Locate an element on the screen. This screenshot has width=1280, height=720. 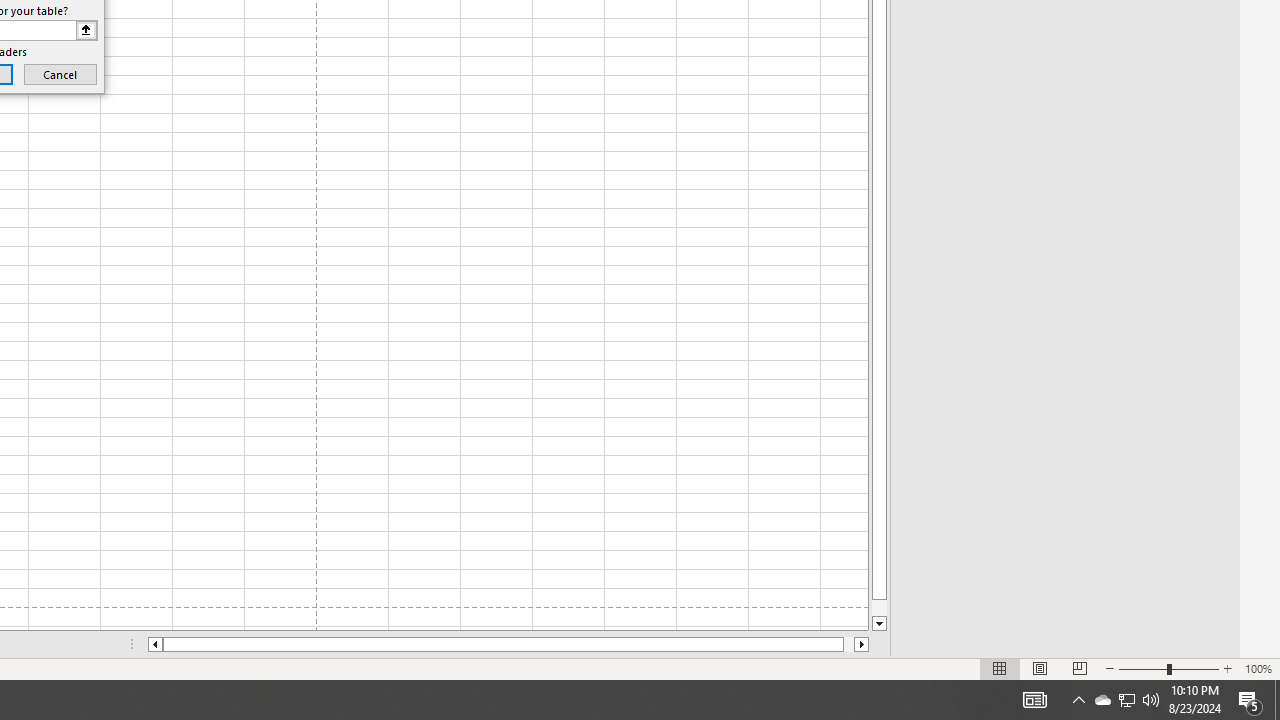
'Column right' is located at coordinates (862, 644).